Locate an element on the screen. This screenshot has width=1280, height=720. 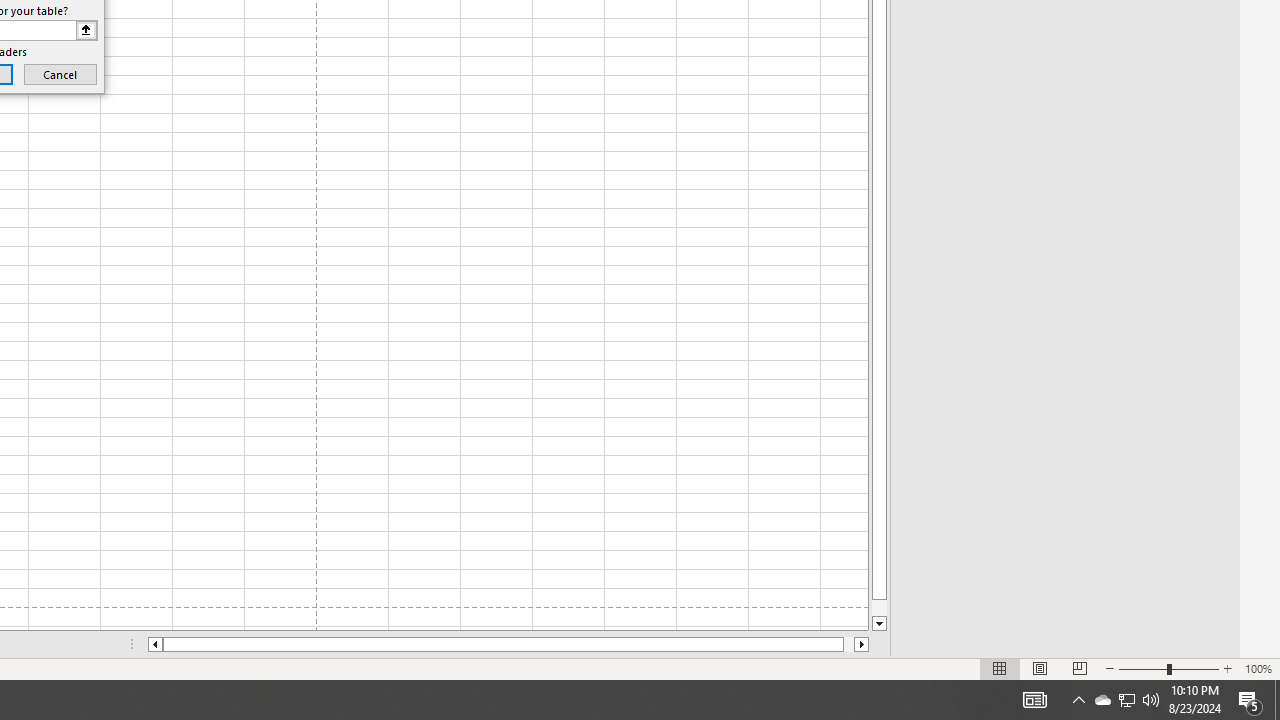
'Column right' is located at coordinates (862, 644).